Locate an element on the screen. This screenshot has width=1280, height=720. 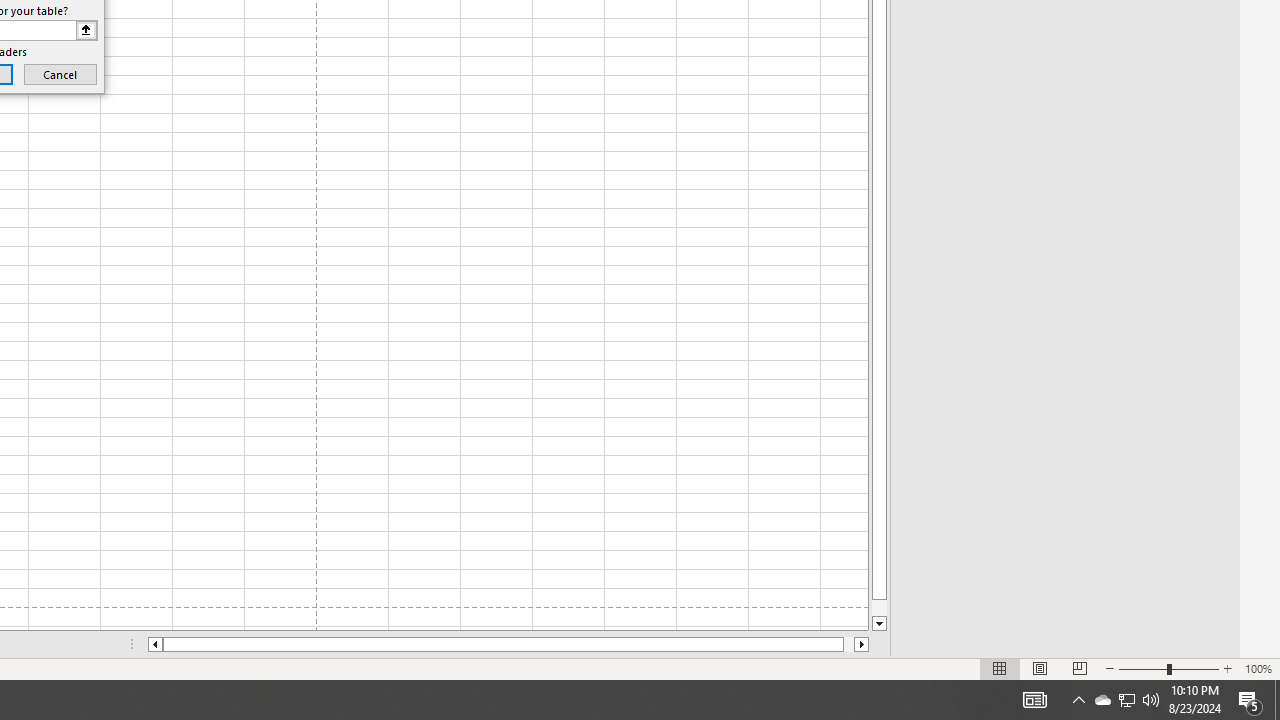
'Column right' is located at coordinates (862, 644).